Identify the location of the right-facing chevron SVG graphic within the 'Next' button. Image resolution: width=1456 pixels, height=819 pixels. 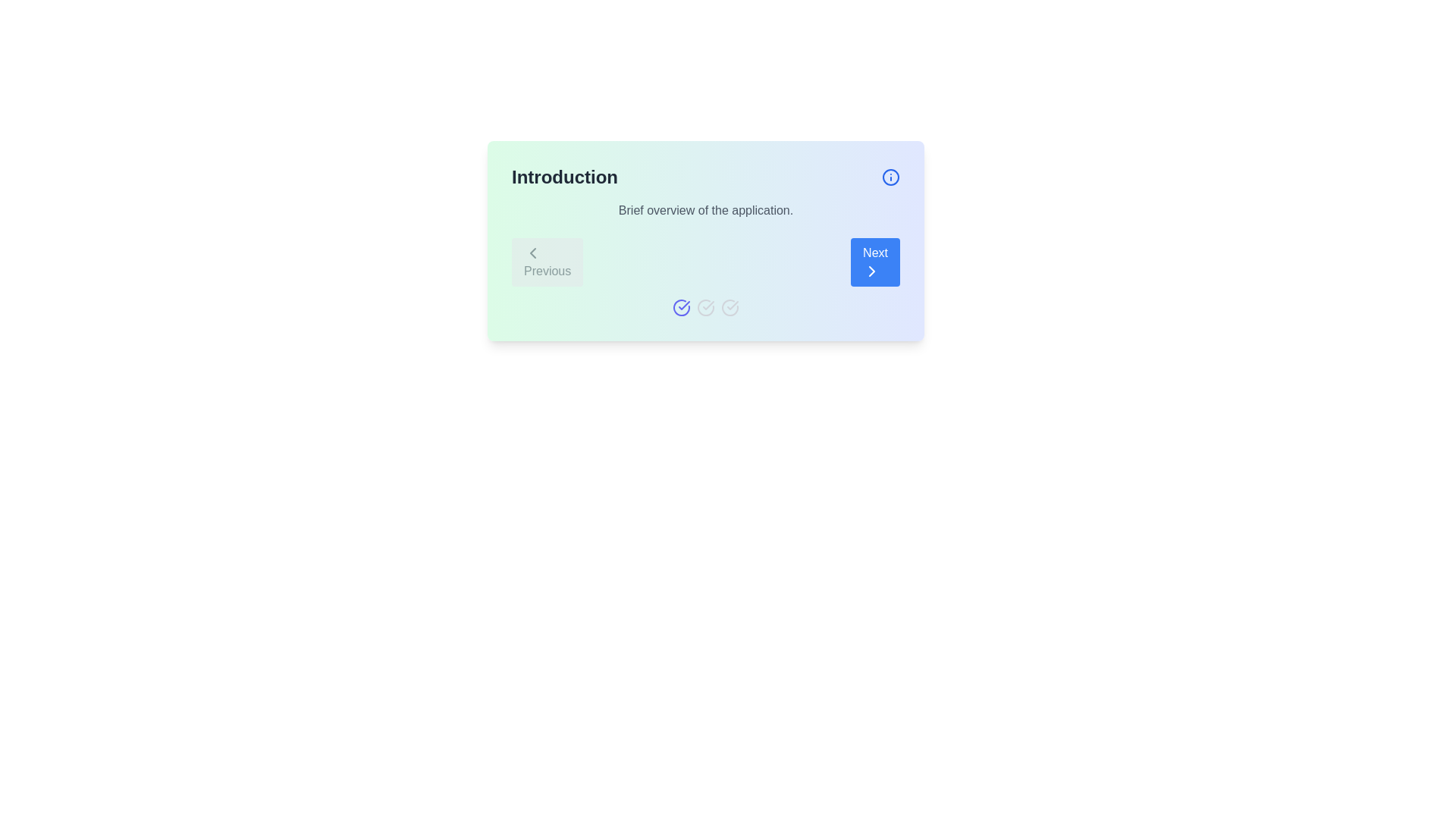
(872, 271).